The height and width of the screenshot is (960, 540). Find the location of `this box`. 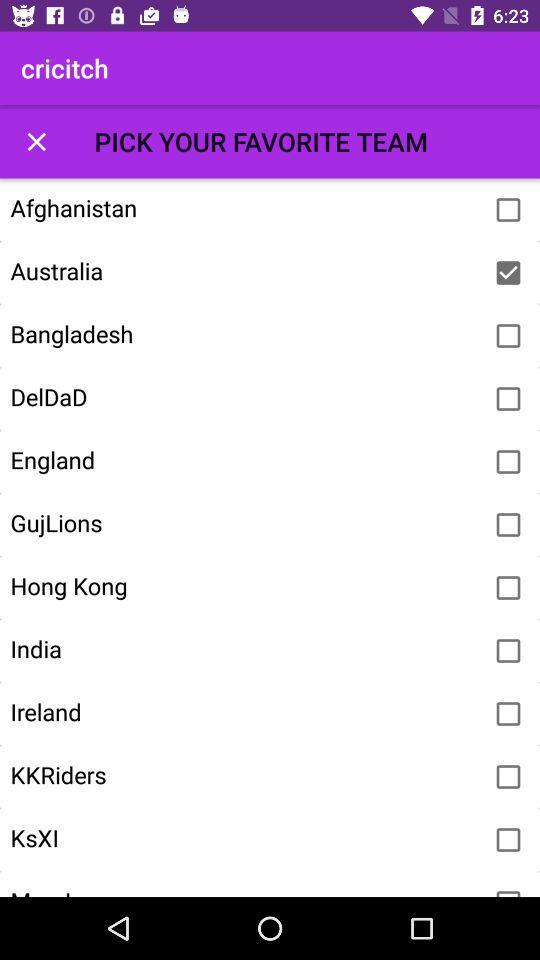

this box is located at coordinates (36, 140).